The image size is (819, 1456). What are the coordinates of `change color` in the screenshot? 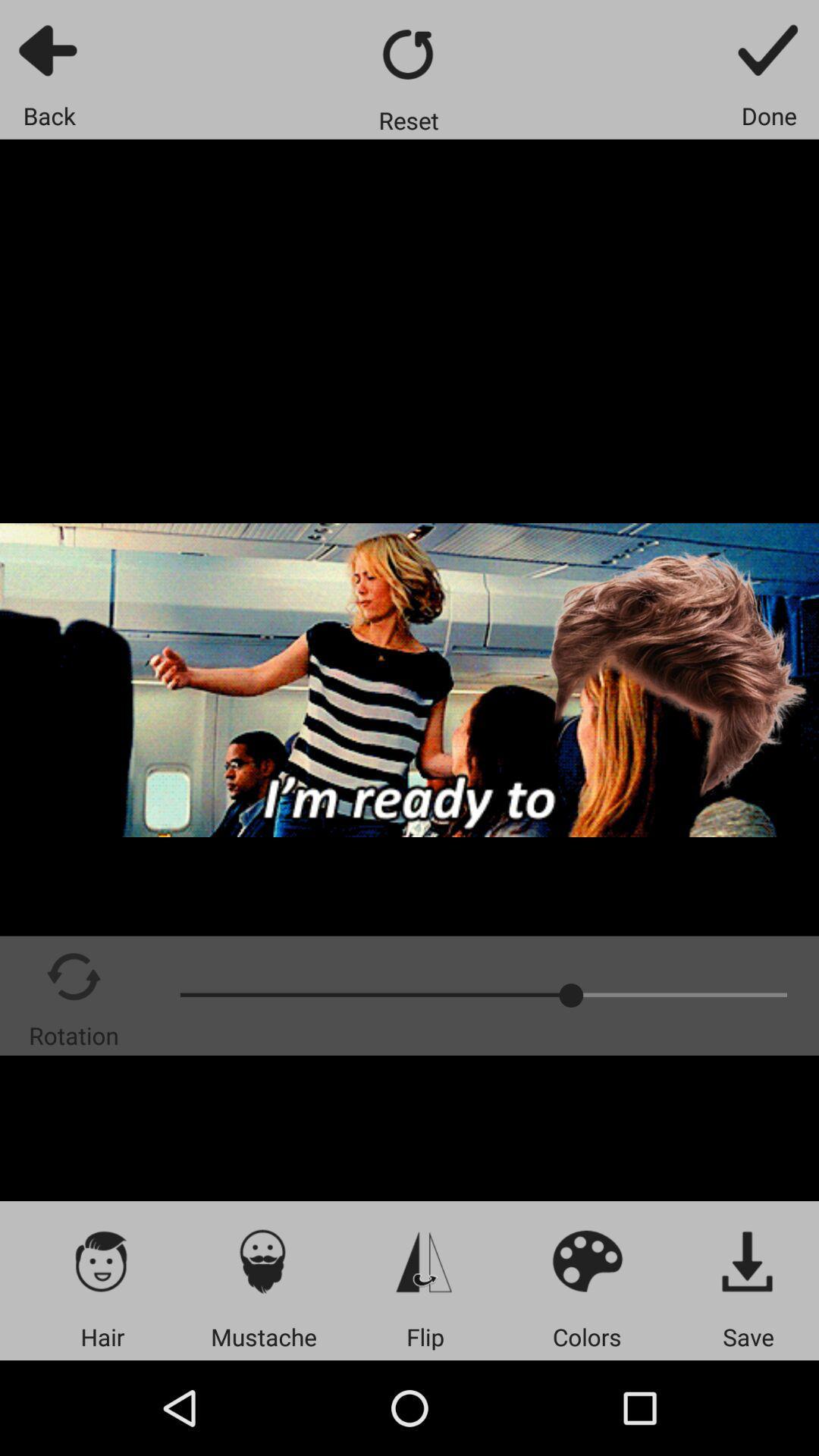 It's located at (586, 1260).